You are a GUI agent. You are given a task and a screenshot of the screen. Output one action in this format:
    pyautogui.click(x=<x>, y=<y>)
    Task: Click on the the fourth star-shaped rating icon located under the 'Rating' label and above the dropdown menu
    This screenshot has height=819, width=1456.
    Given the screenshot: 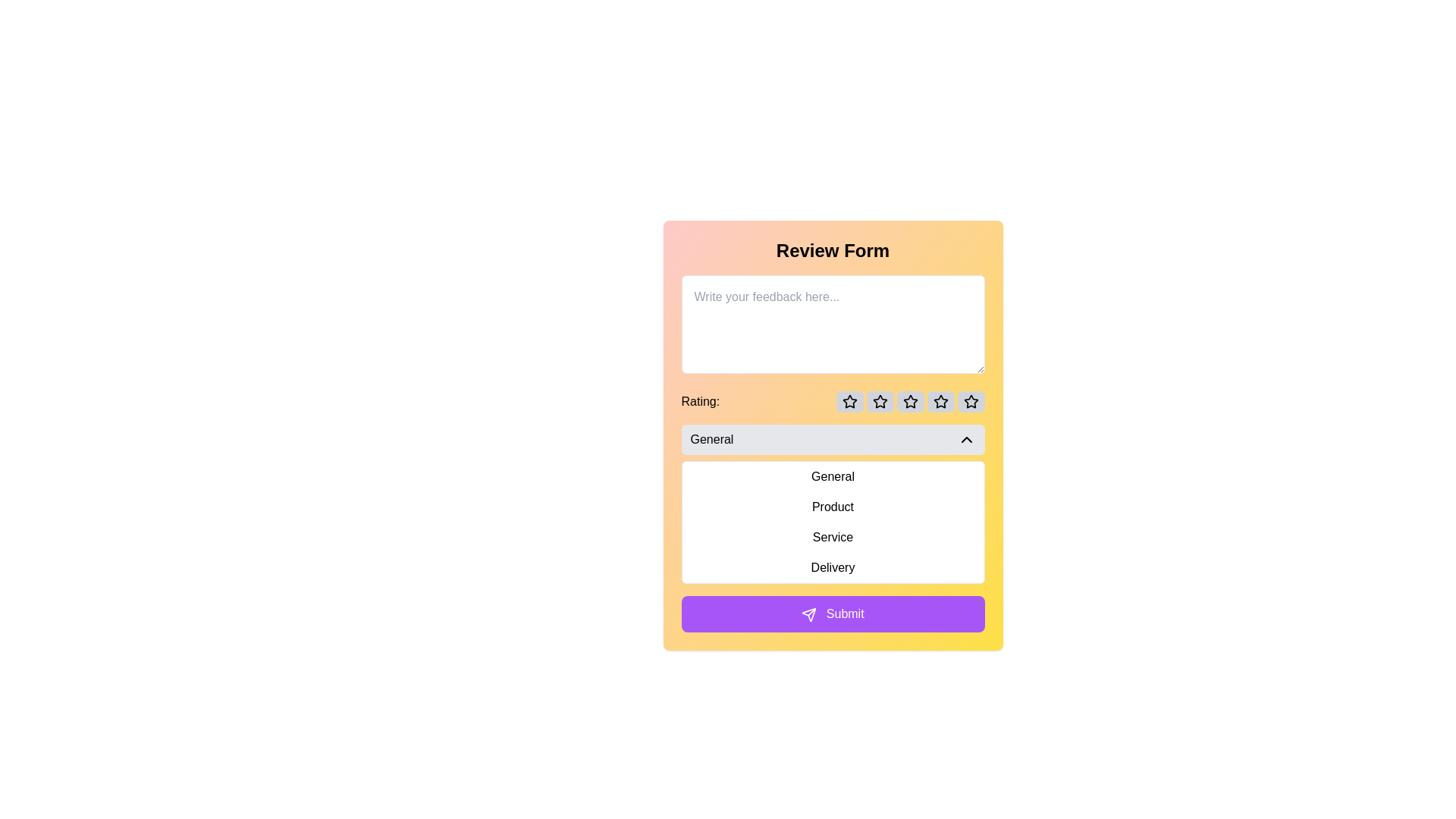 What is the action you would take?
    pyautogui.click(x=940, y=400)
    